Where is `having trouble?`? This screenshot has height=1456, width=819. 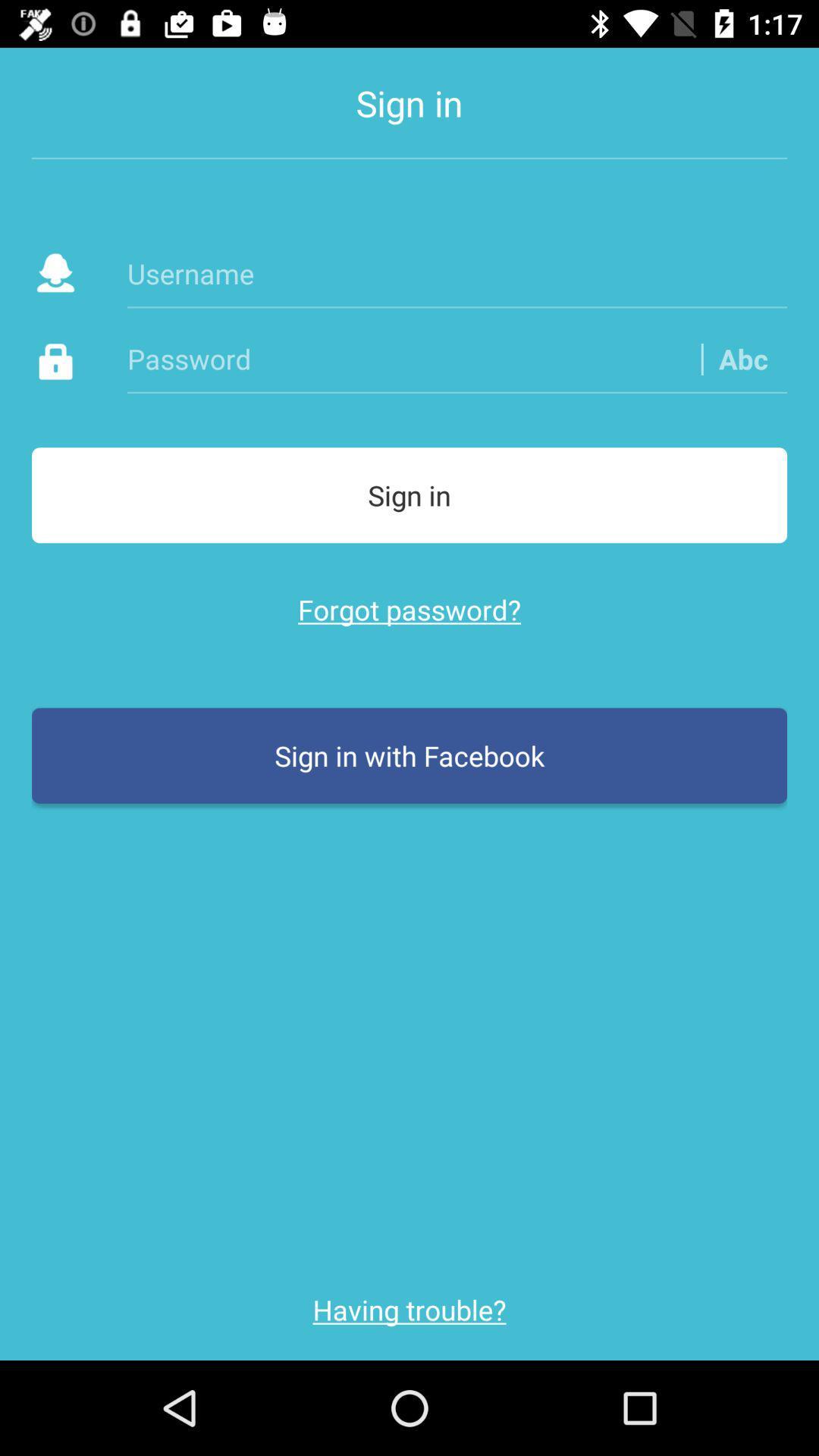
having trouble? is located at coordinates (409, 1309).